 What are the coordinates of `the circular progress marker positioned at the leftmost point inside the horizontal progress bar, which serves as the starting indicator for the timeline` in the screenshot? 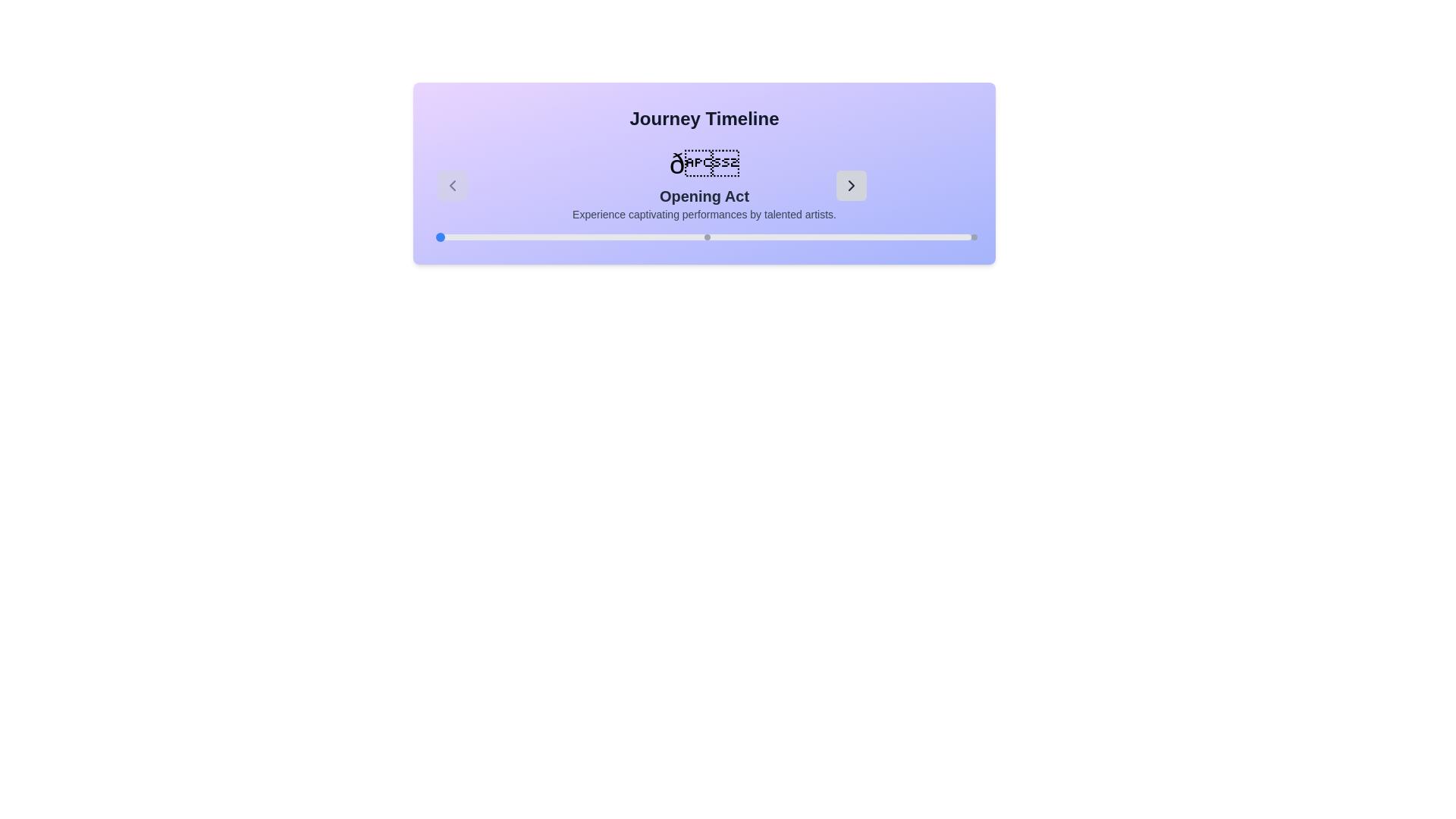 It's located at (439, 237).